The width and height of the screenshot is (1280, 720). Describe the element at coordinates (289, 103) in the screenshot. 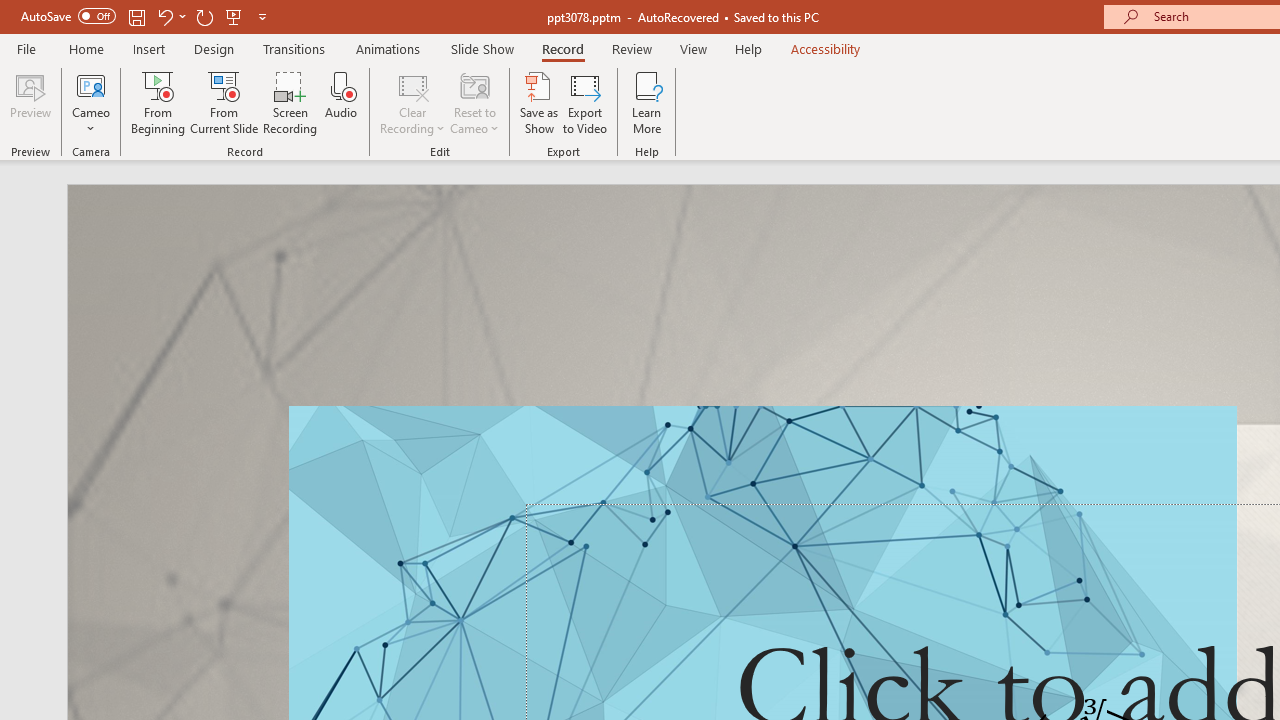

I see `'Screen Recording'` at that location.